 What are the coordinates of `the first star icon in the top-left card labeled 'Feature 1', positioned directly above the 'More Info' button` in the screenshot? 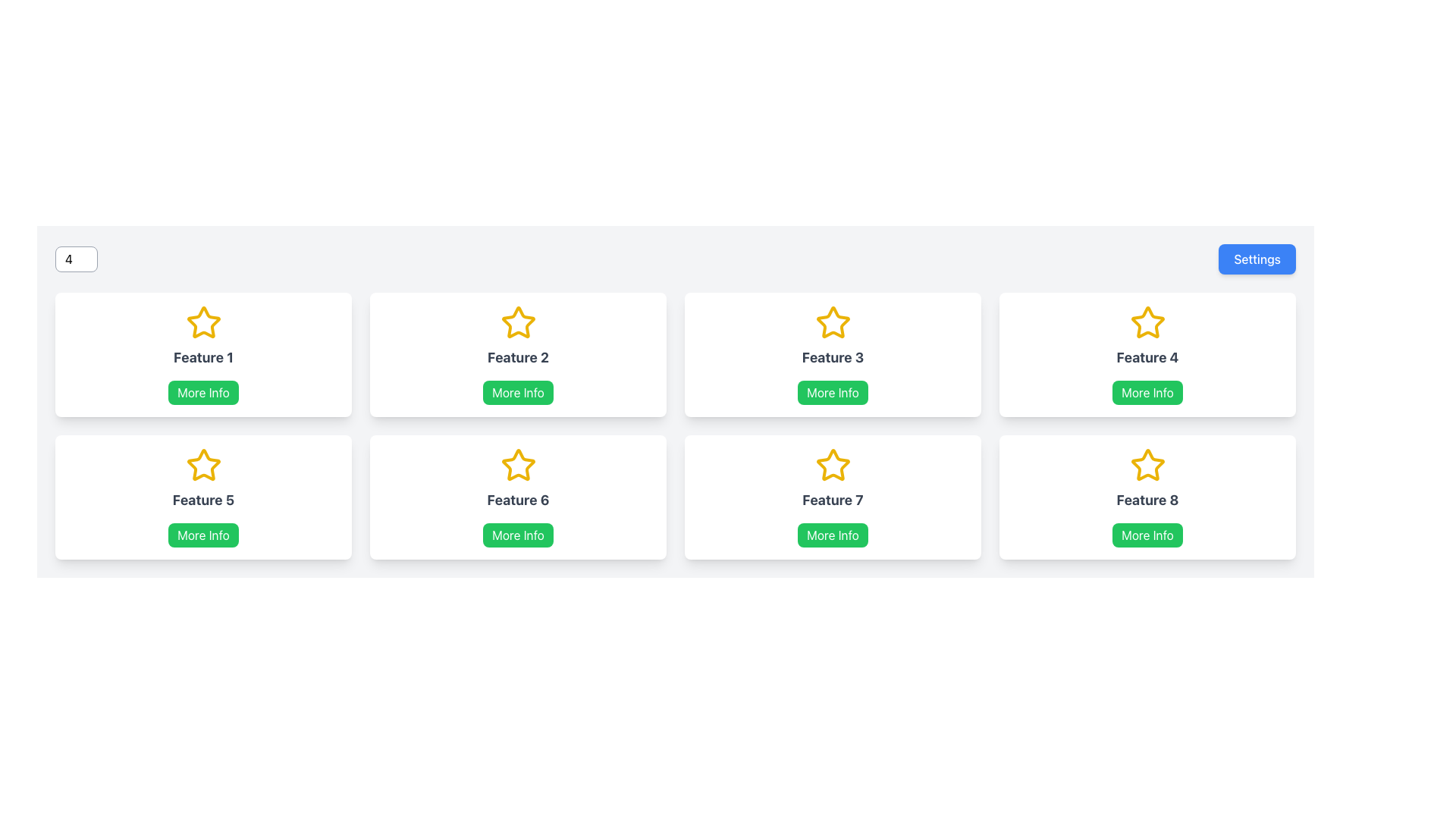 It's located at (202, 322).